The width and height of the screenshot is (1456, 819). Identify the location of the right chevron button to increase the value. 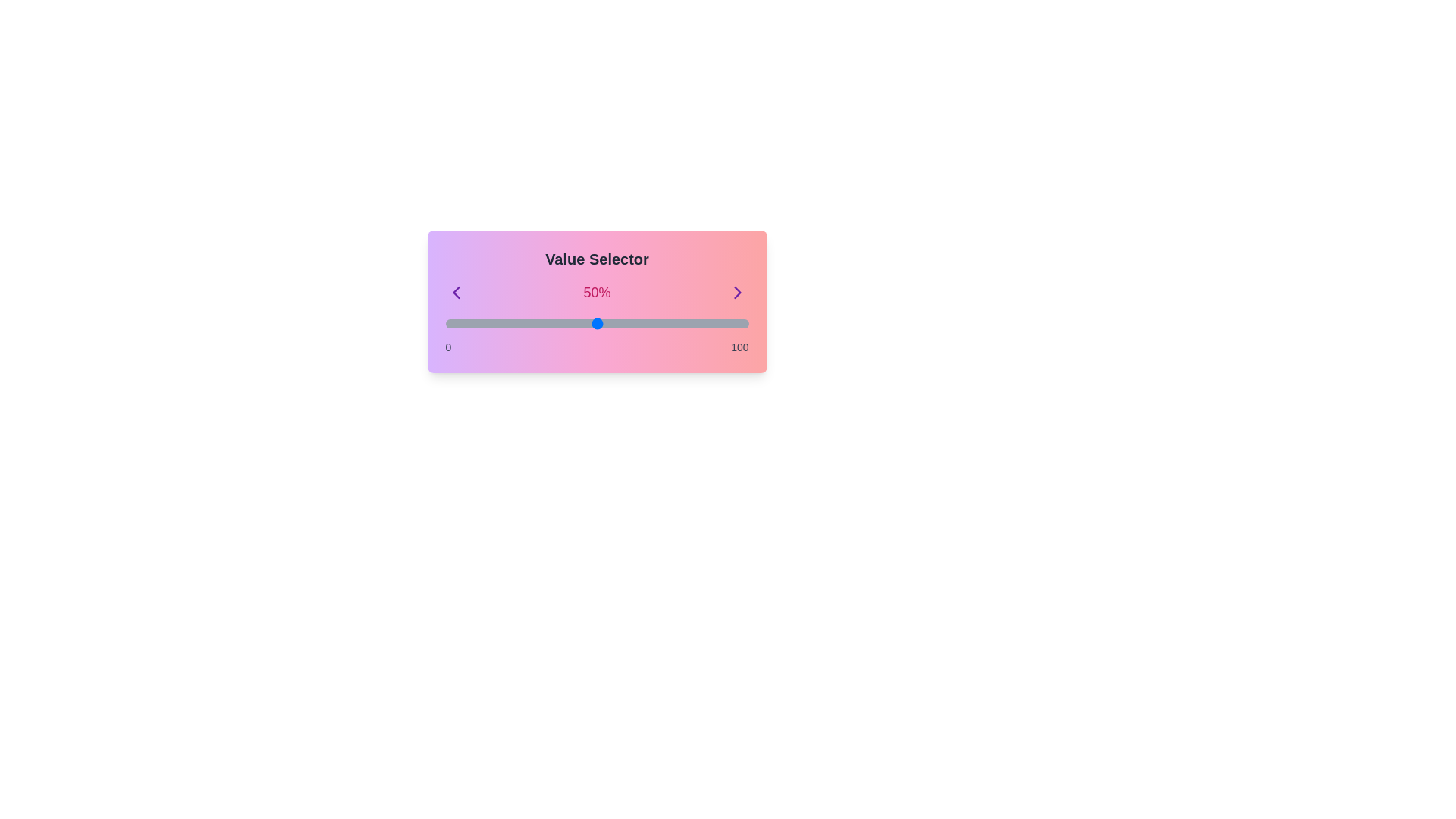
(738, 292).